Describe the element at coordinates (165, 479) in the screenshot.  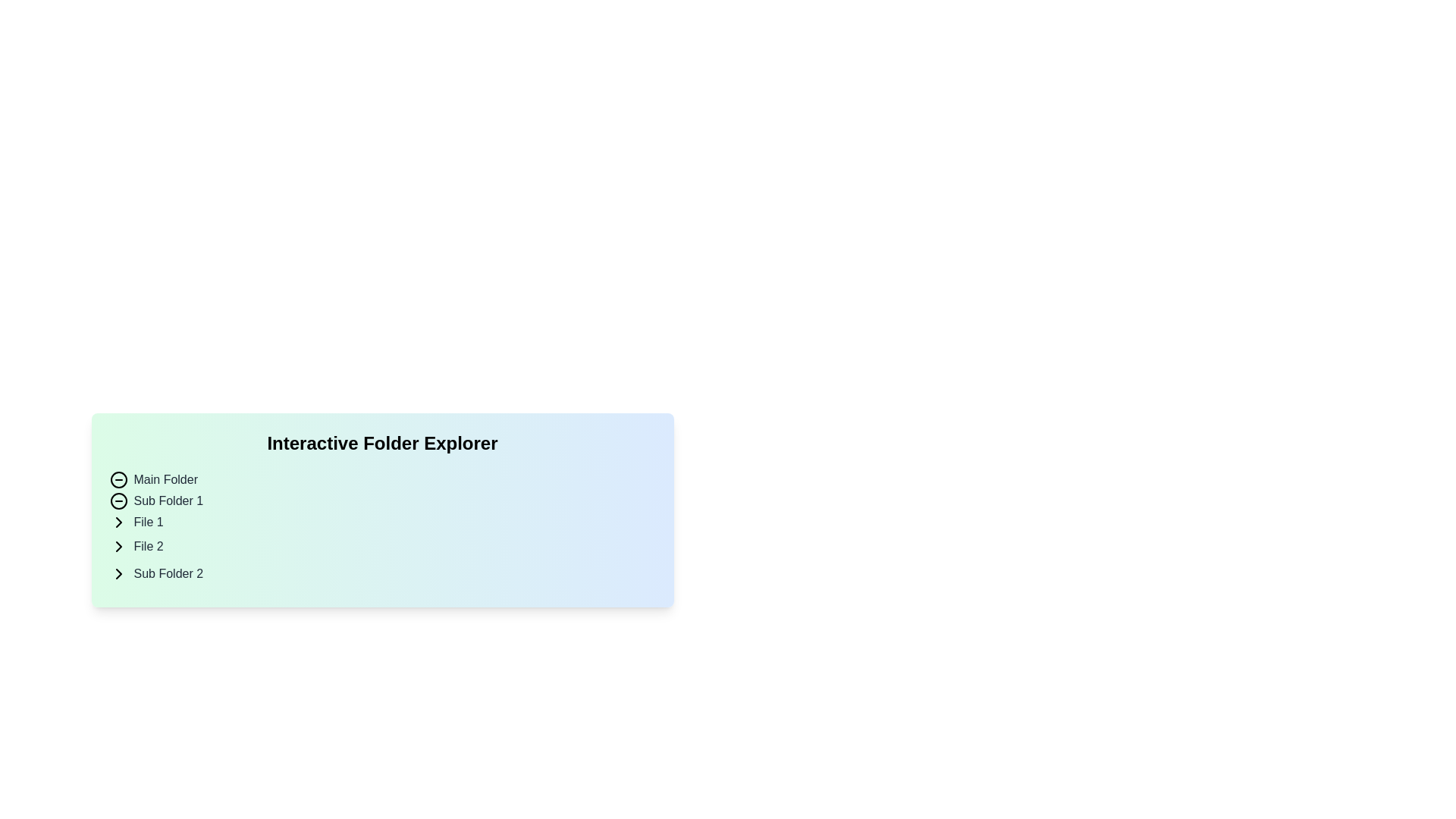
I see `the 'Main Folder' text label, which is the first entry in the interactive folder list on the green-blue gradient background` at that location.